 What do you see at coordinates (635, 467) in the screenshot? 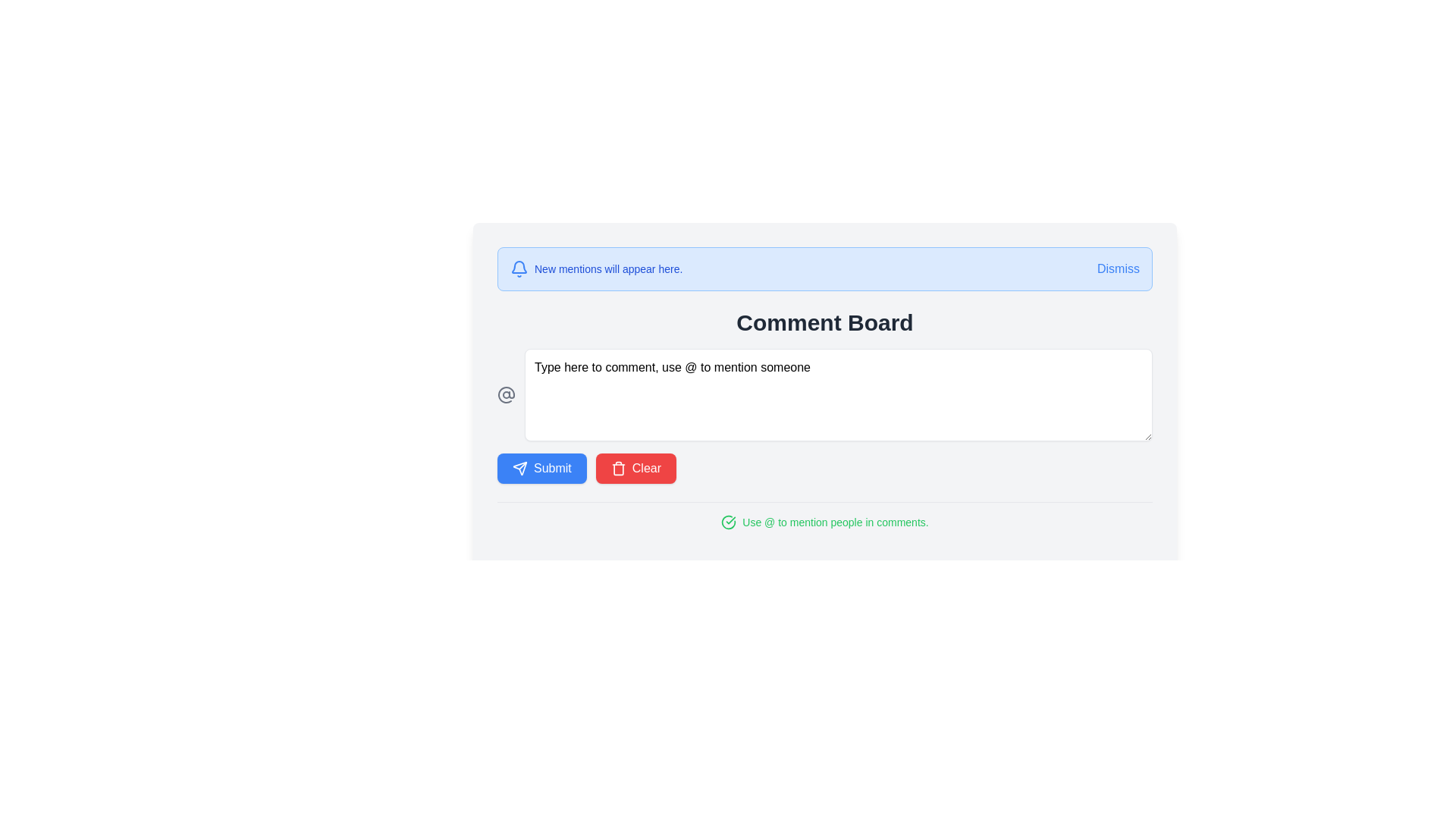
I see `the red 'Clear' button with a white trashcan icon` at bounding box center [635, 467].